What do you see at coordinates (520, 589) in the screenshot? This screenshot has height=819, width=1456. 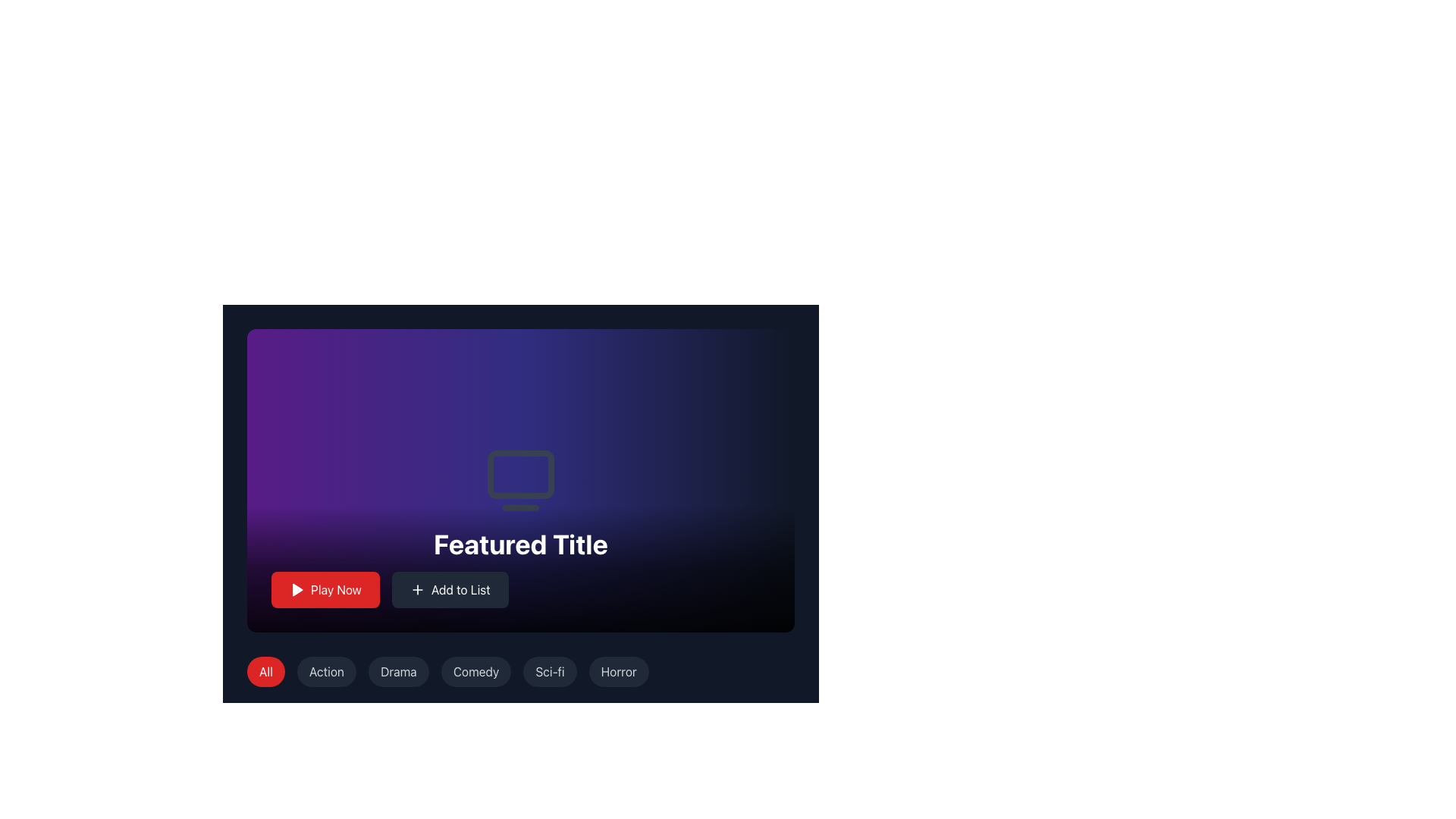 I see `the 'Add to List' button, which is the gray button located to the right of the red 'Play Now' button in the composite element below the 'Featured Title'` at bounding box center [520, 589].